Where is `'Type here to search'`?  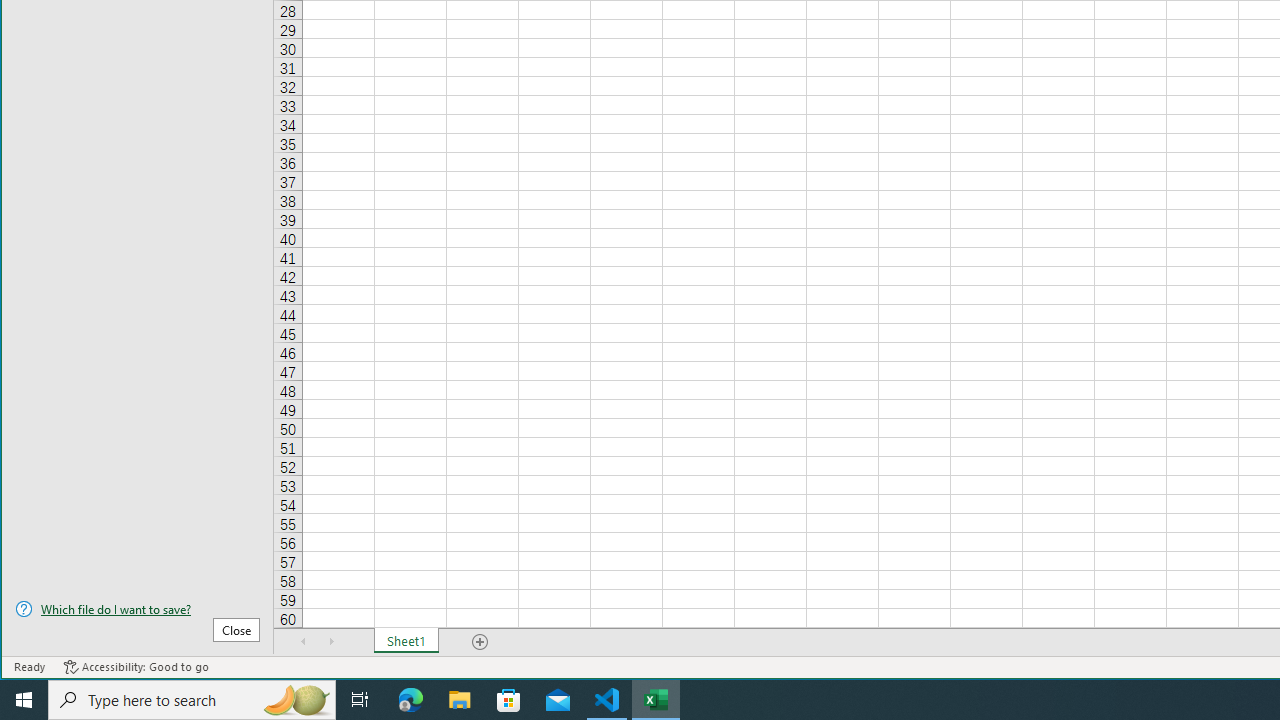
'Type here to search' is located at coordinates (192, 698).